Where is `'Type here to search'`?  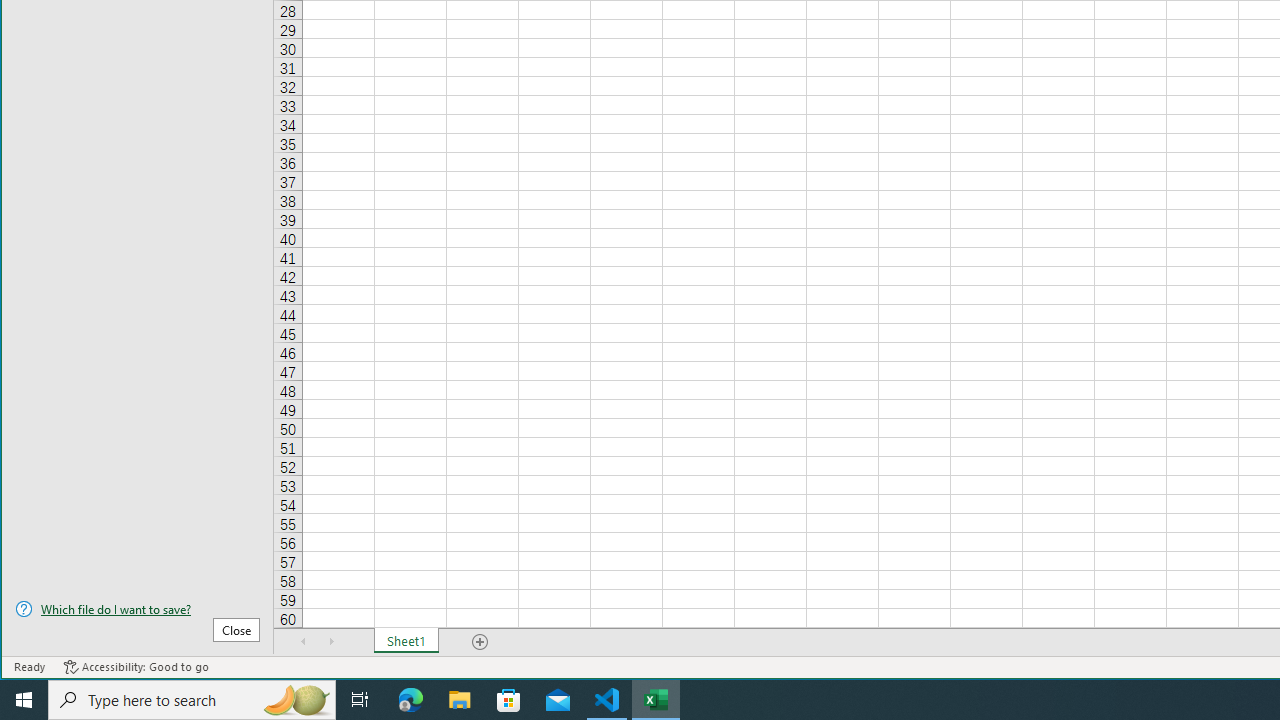
'Type here to search' is located at coordinates (192, 698).